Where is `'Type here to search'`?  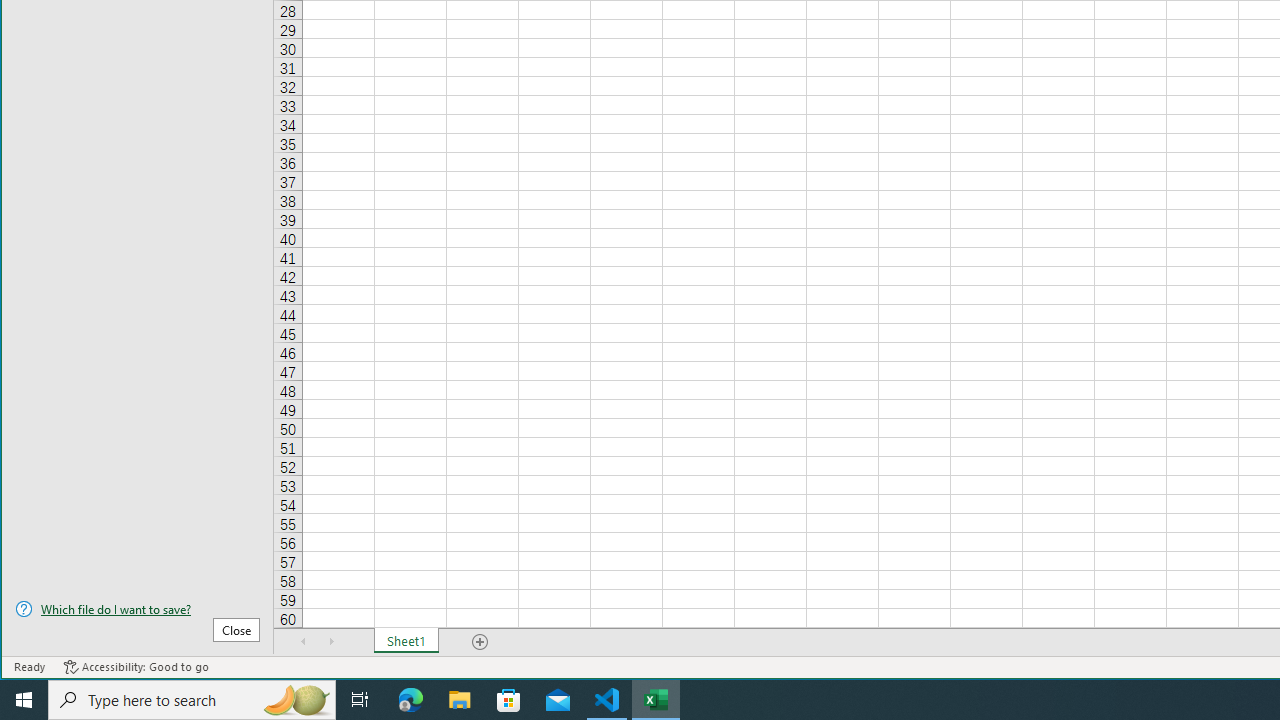
'Type here to search' is located at coordinates (192, 698).